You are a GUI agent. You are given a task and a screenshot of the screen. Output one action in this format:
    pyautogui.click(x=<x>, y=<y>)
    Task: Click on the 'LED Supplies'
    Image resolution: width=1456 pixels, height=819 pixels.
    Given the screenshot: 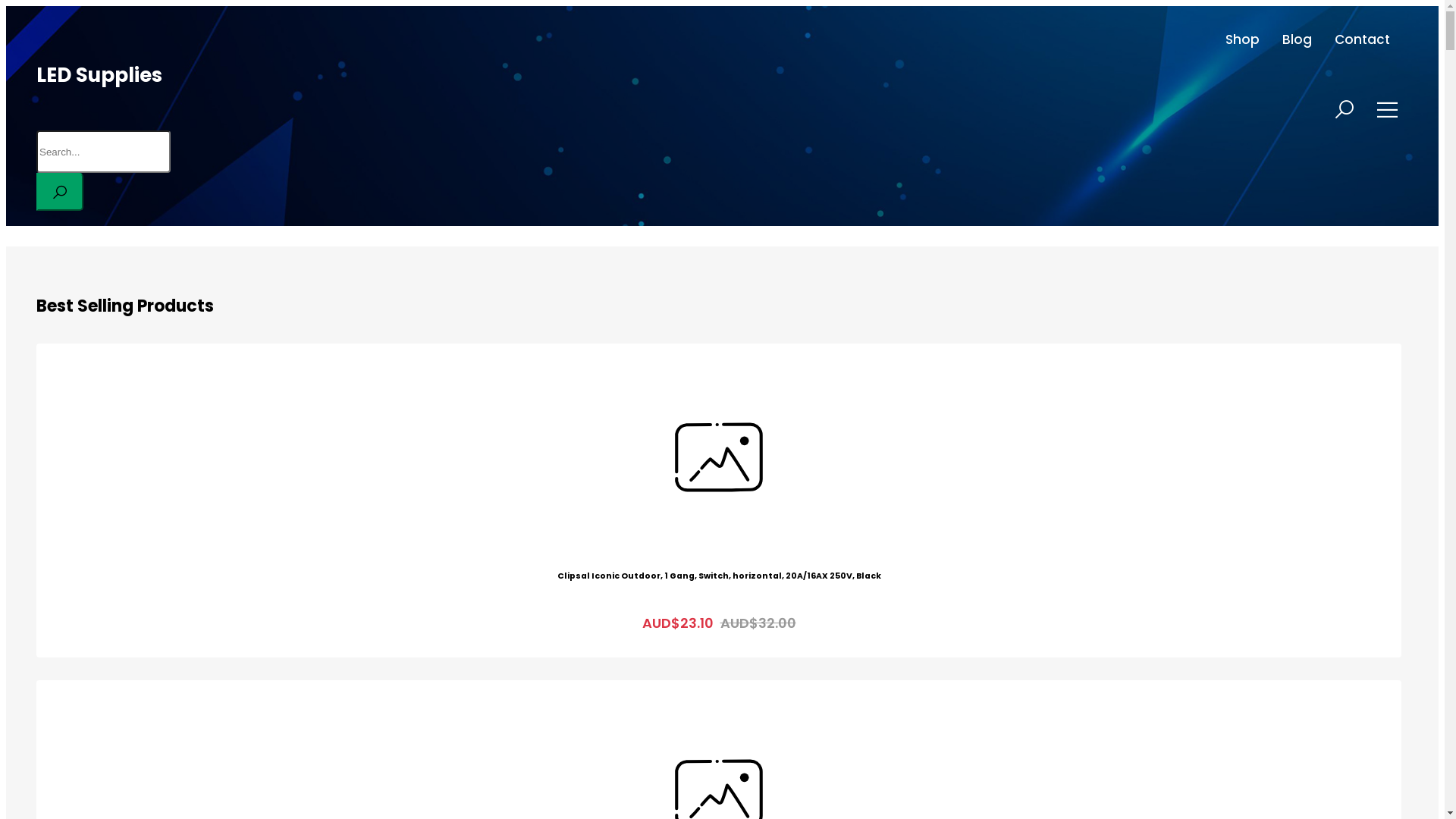 What is the action you would take?
    pyautogui.click(x=36, y=75)
    